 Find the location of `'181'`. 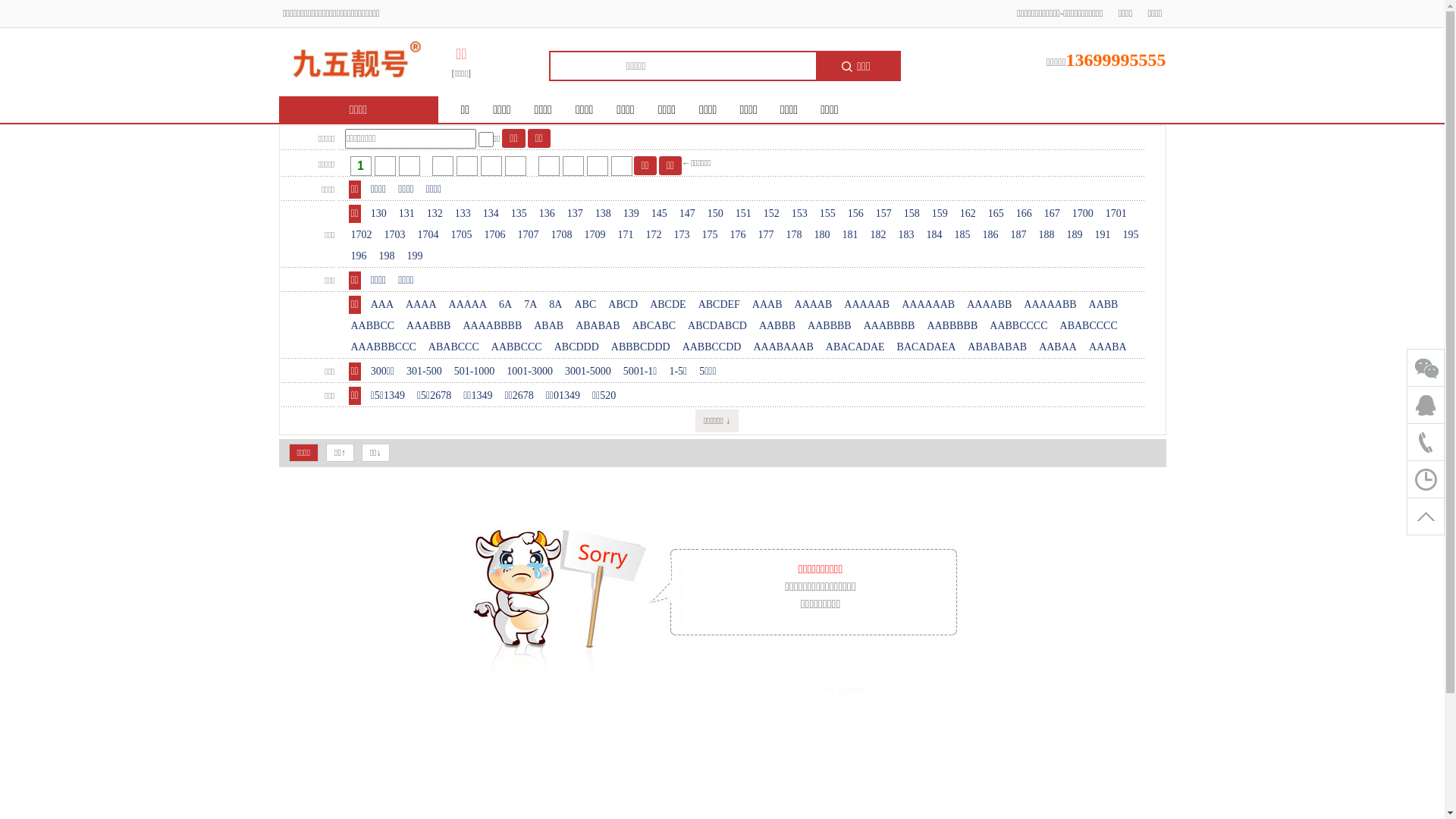

'181' is located at coordinates (850, 234).